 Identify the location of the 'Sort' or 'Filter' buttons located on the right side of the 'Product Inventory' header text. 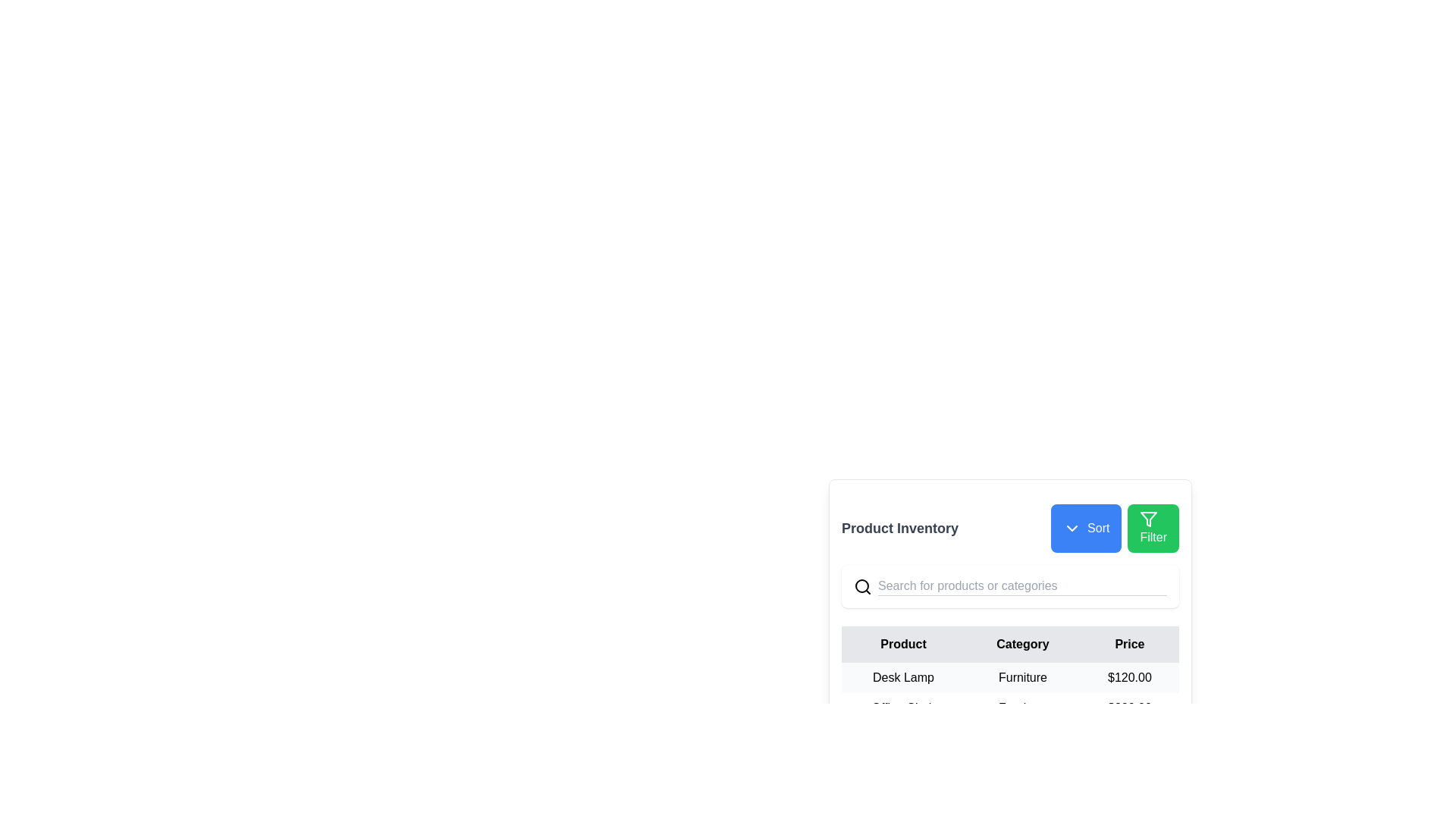
(1115, 528).